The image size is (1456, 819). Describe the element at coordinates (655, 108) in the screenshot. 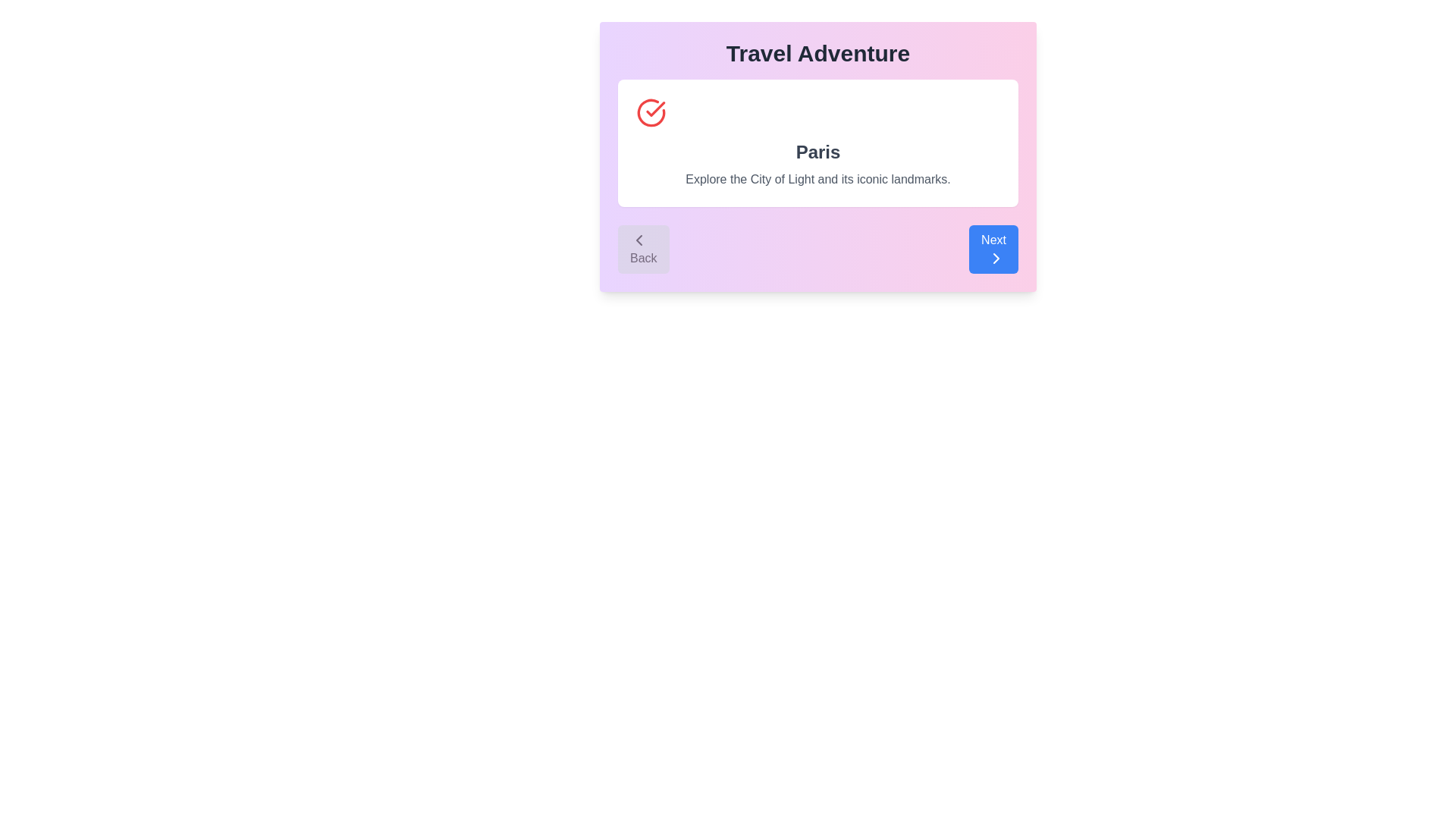

I see `the status icon with a checkmark inside a circular red border, located at the top-left side of a white rectangular area within the card interface` at that location.